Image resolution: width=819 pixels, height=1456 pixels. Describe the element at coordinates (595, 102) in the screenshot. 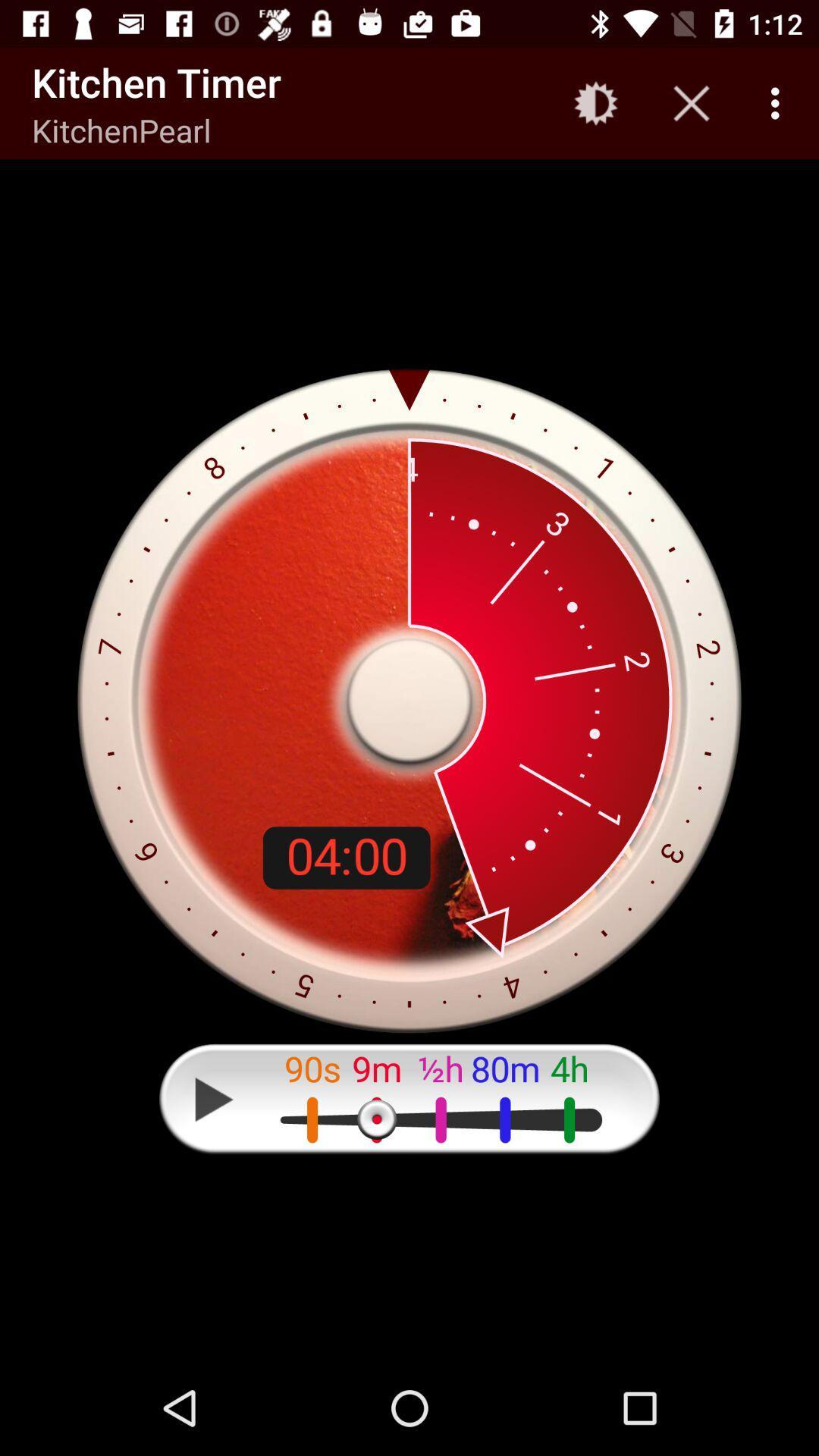

I see `the icon next to the kitchen timer app` at that location.